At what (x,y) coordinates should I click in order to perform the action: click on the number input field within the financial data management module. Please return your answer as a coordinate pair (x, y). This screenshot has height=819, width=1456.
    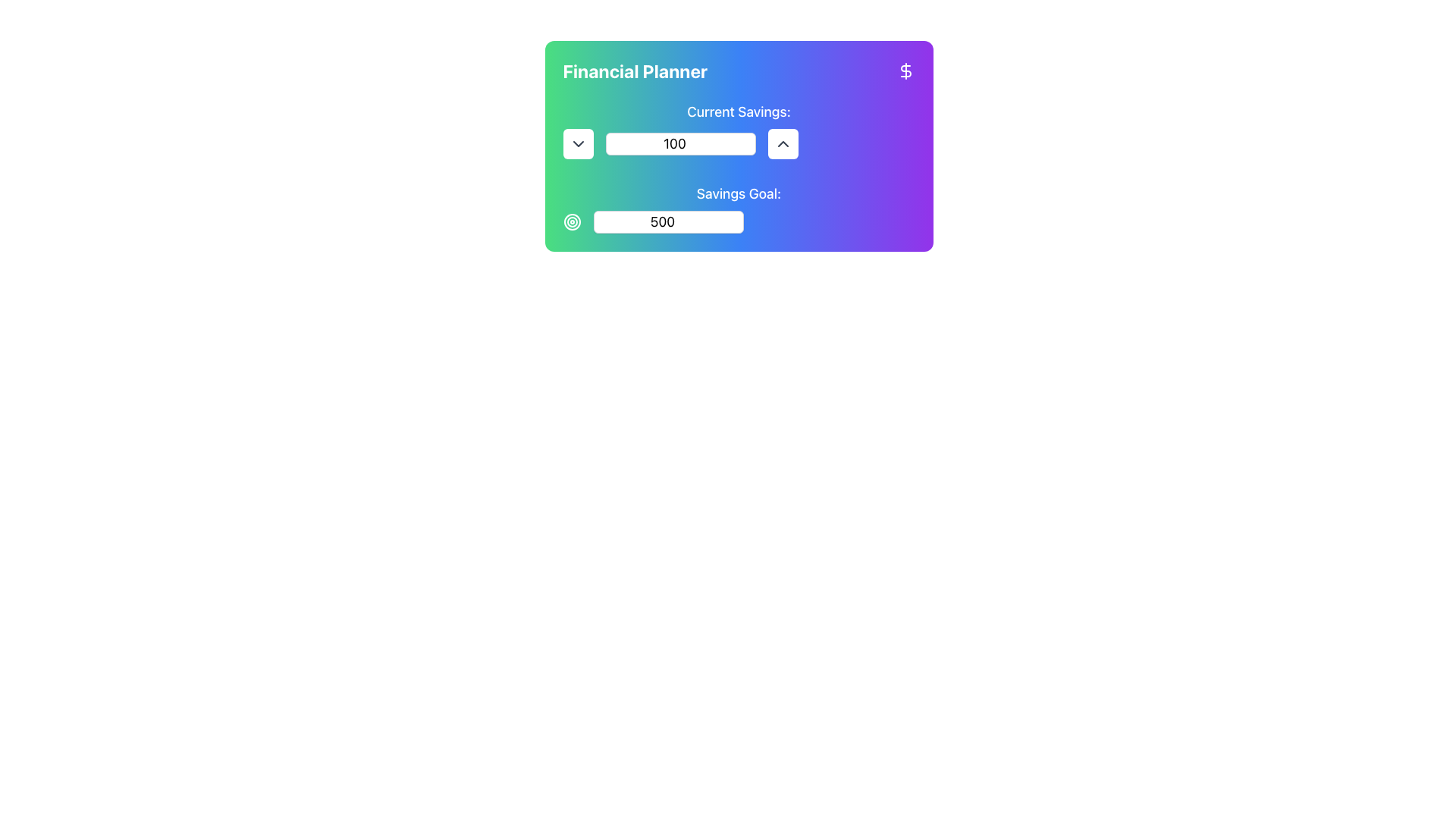
    Looking at the image, I should click on (739, 146).